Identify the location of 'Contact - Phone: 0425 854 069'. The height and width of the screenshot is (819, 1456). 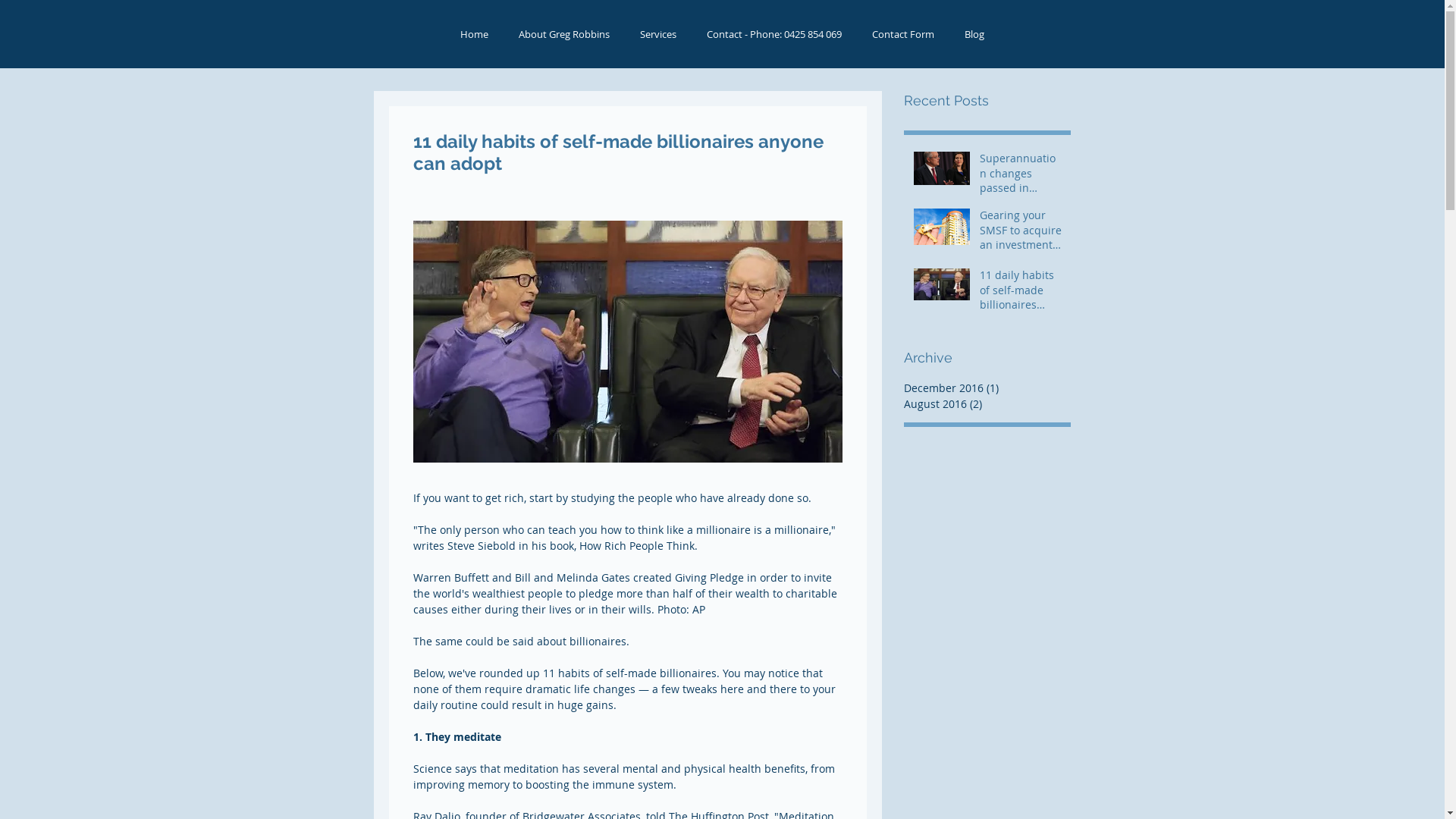
(774, 34).